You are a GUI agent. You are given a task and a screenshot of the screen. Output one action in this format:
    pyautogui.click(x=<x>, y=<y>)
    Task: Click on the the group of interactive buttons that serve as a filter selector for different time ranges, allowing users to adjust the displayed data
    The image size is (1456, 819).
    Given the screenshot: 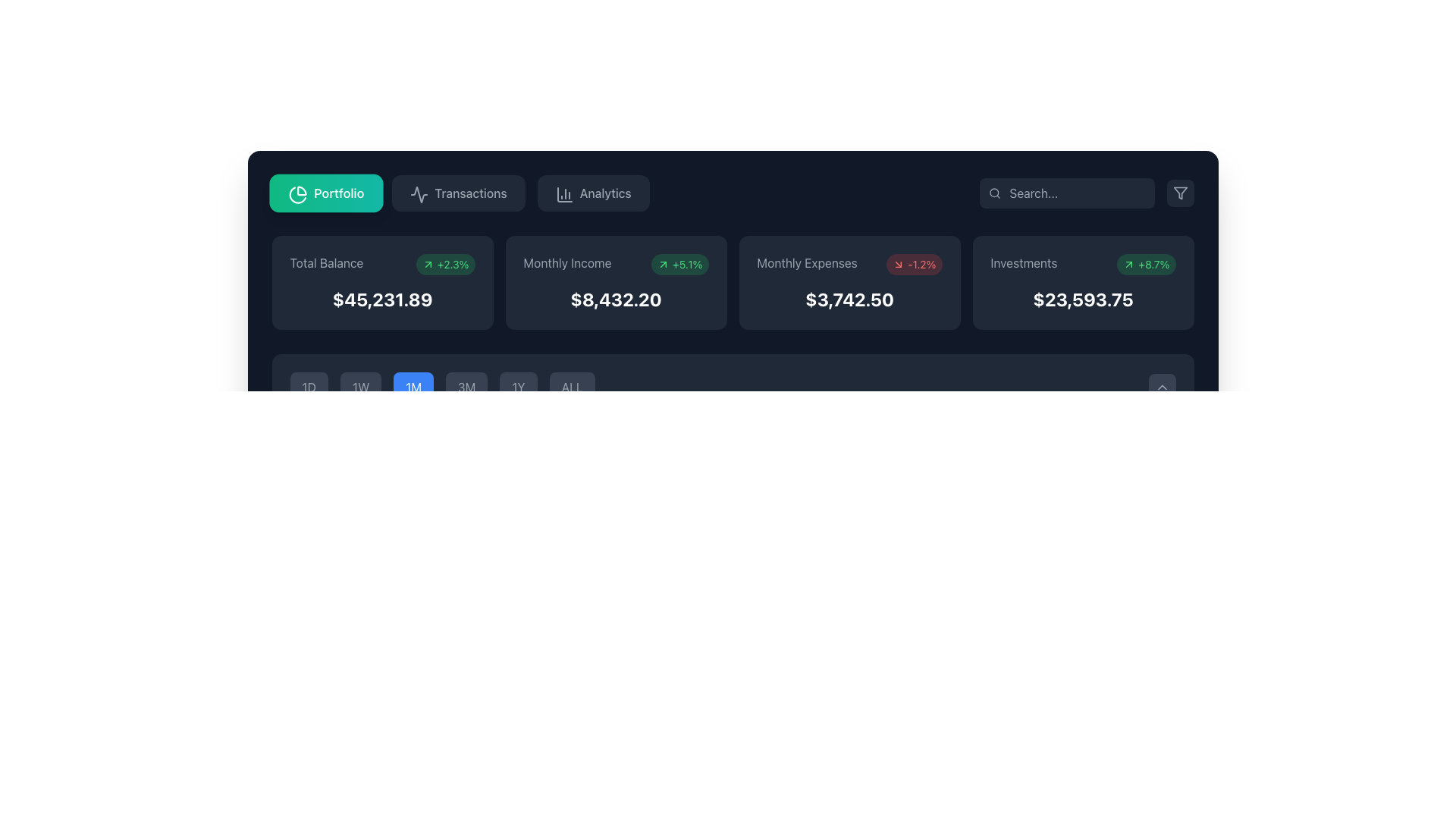 What is the action you would take?
    pyautogui.click(x=733, y=386)
    